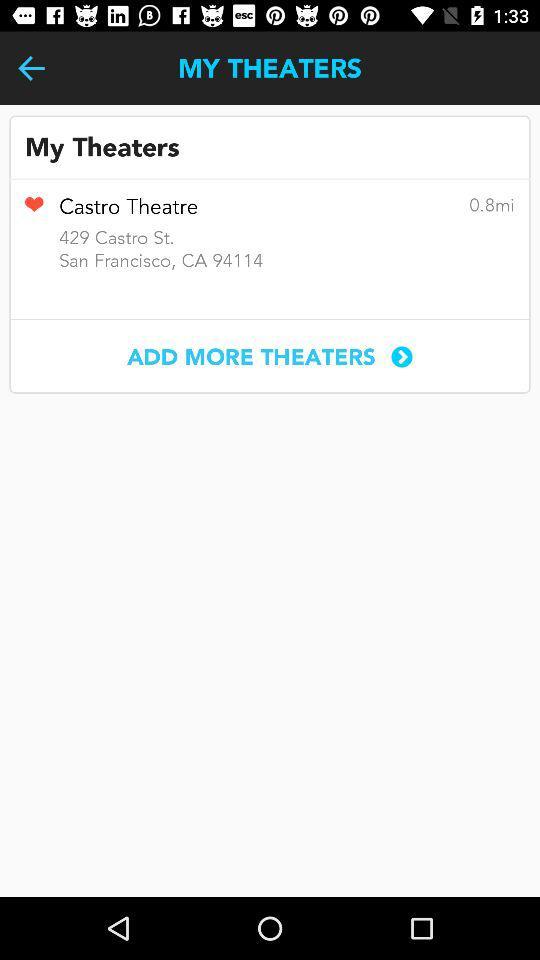 Image resolution: width=540 pixels, height=960 pixels. I want to click on previous page, so click(30, 68).